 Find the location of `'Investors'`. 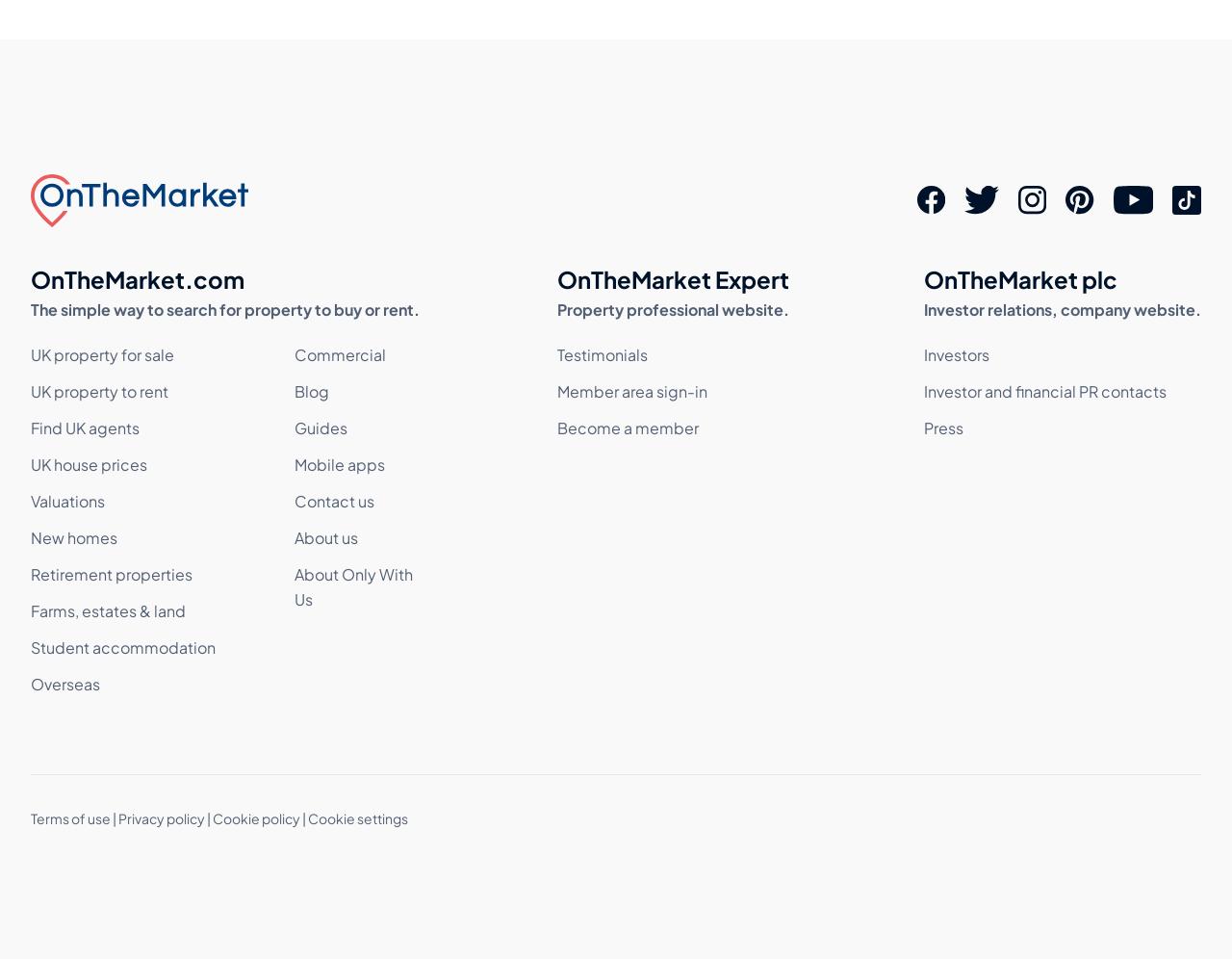

'Investors' is located at coordinates (957, 354).